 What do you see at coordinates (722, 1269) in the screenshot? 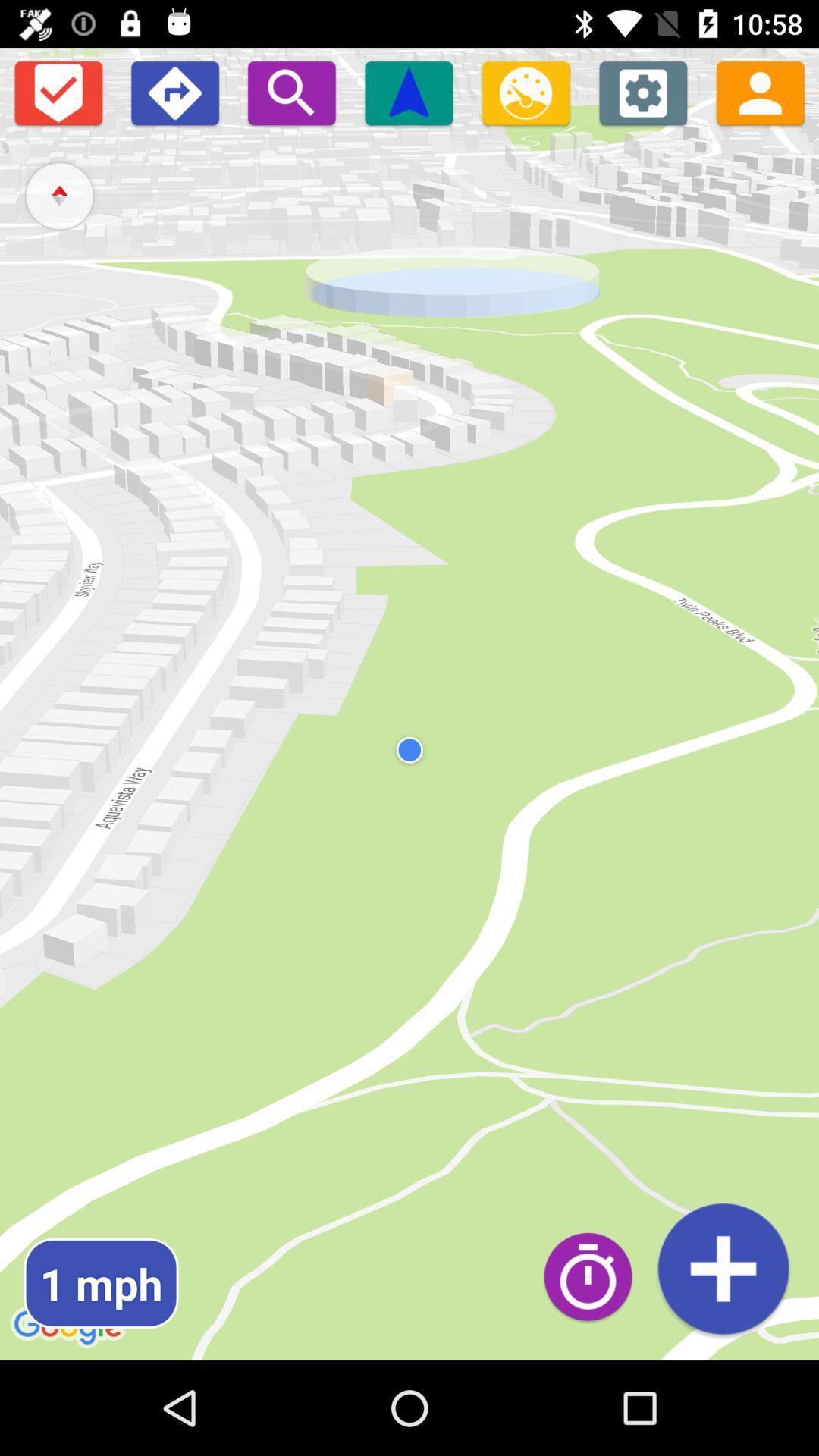
I see `place` at bounding box center [722, 1269].